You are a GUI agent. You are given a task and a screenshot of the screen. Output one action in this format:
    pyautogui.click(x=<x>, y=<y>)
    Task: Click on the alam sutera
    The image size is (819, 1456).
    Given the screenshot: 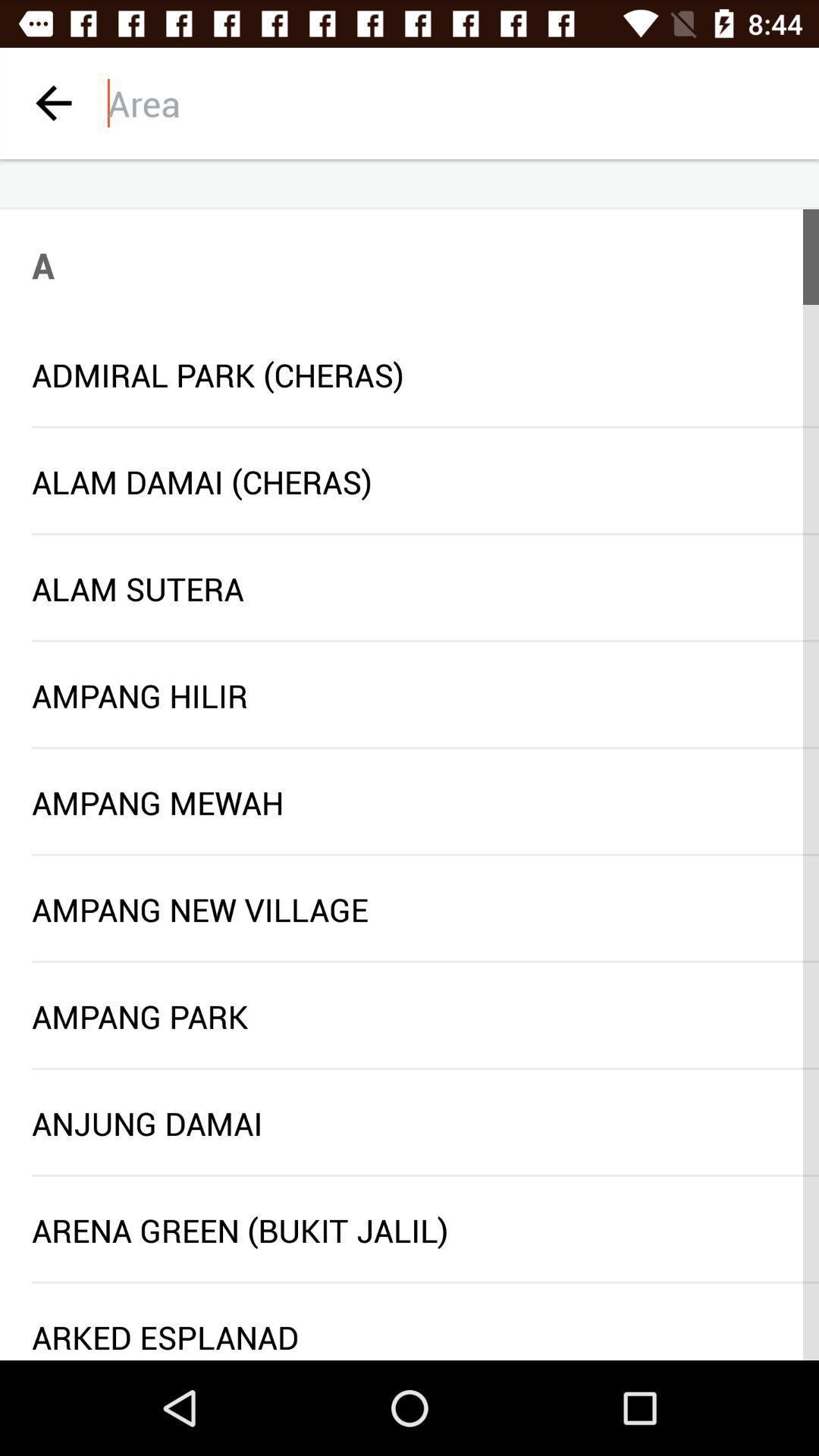 What is the action you would take?
    pyautogui.click(x=409, y=588)
    